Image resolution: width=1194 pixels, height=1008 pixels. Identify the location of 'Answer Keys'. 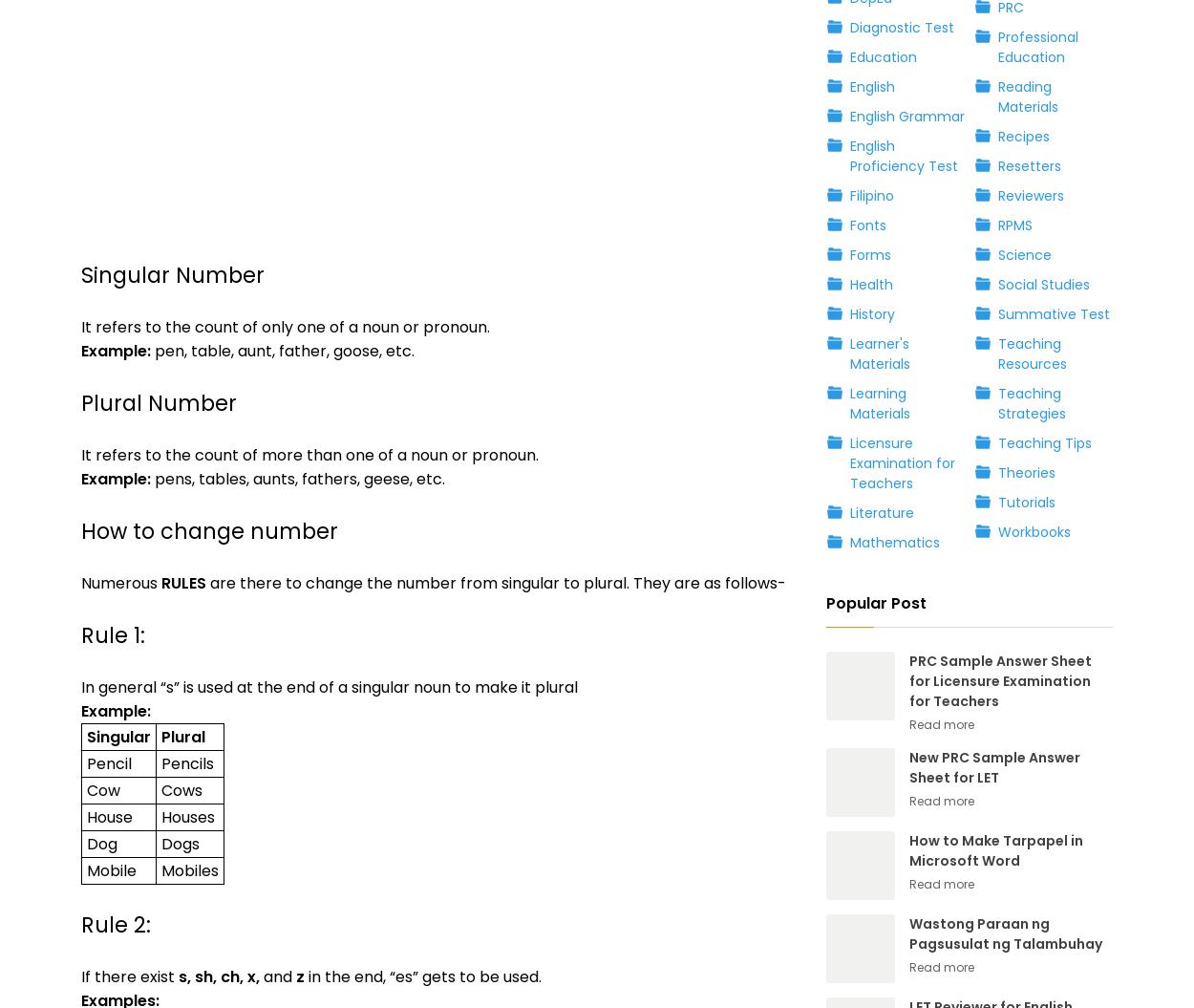
(214, 610).